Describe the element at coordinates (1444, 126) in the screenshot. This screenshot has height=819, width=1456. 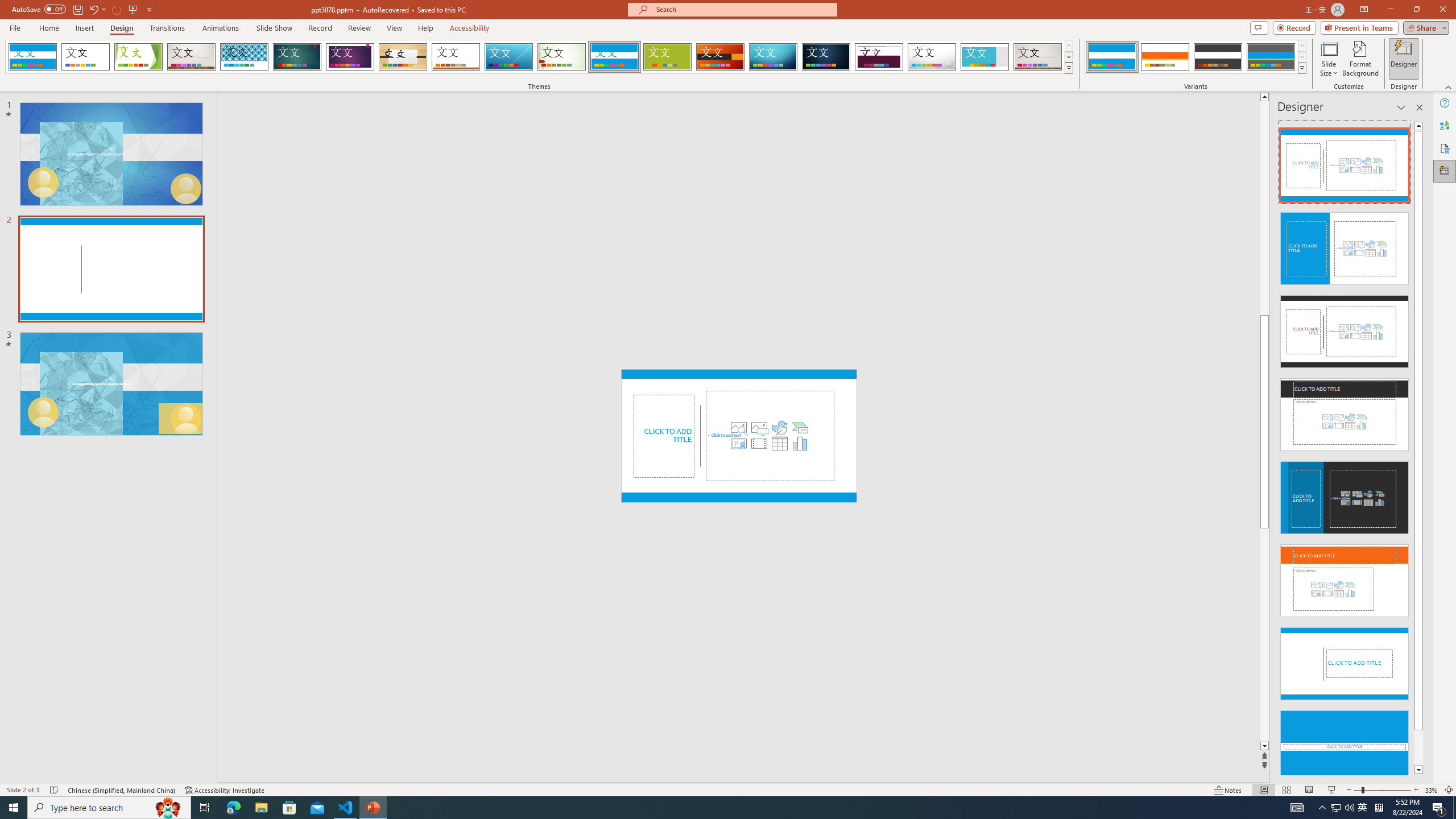
I see `'Translator'` at that location.